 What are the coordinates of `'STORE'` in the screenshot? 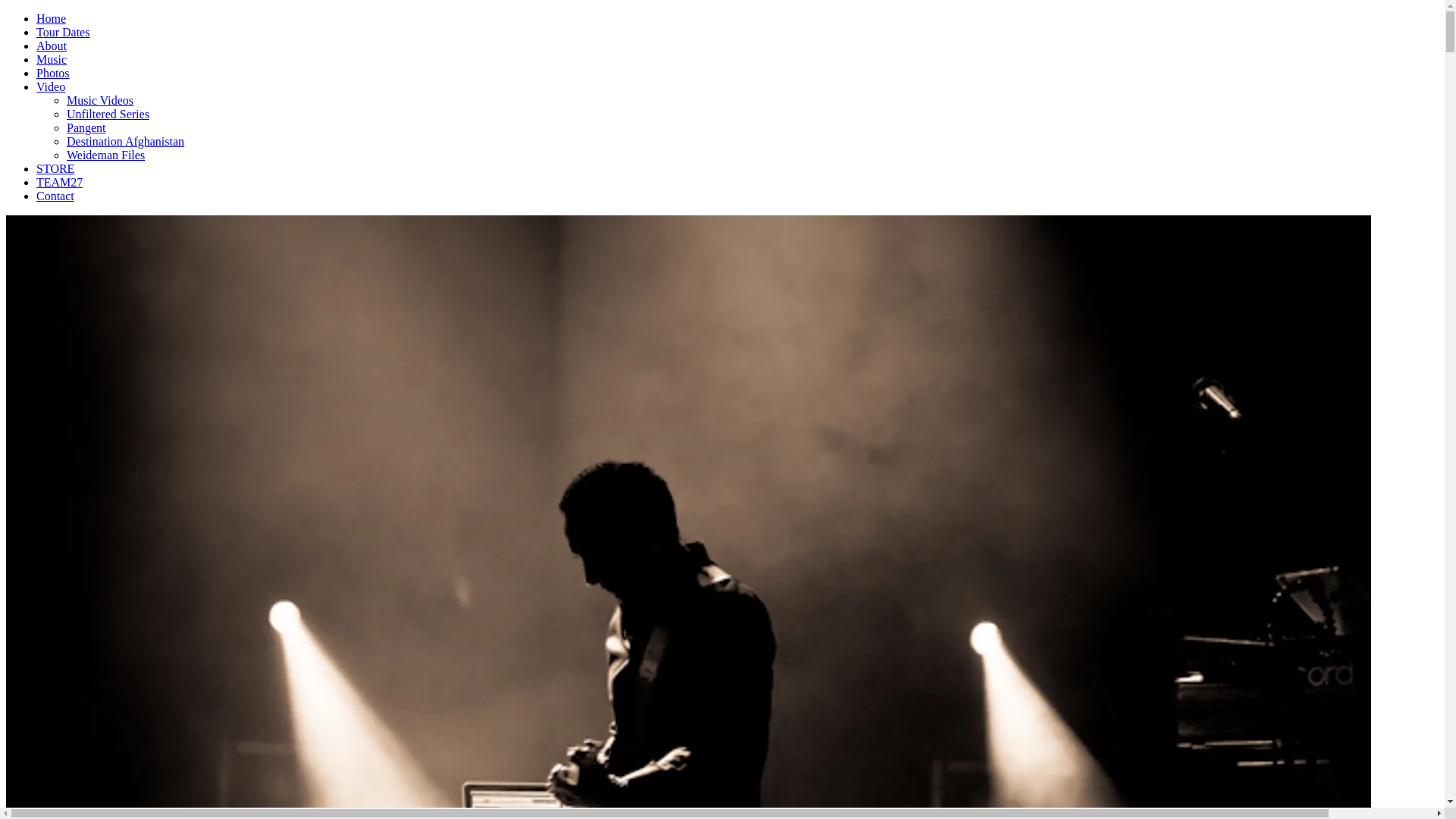 It's located at (55, 168).